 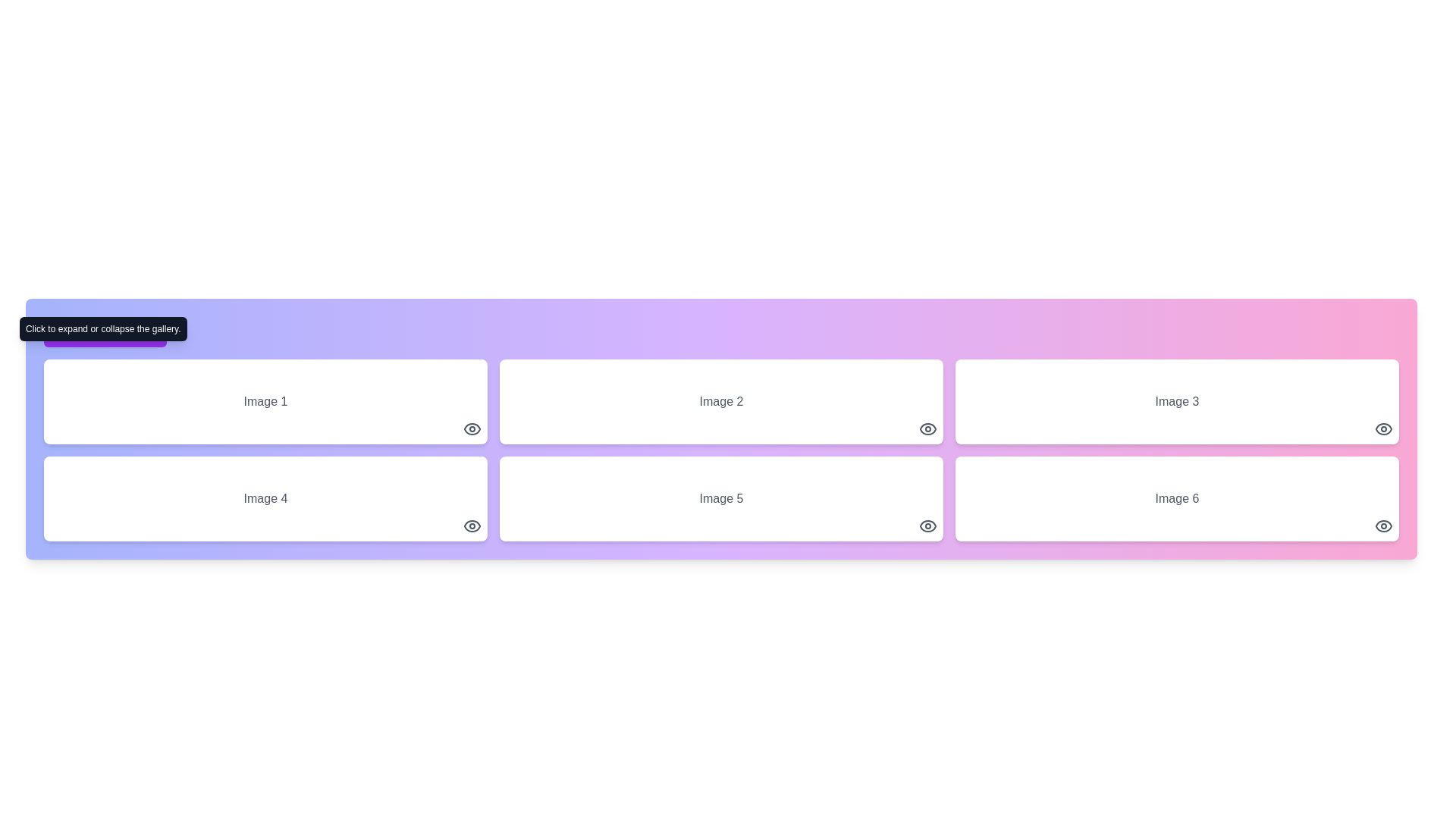 What do you see at coordinates (102, 328) in the screenshot?
I see `informational tooltip that describes the gallery's toggle functionality, located in the top-left section above the gallery toggler button` at bounding box center [102, 328].